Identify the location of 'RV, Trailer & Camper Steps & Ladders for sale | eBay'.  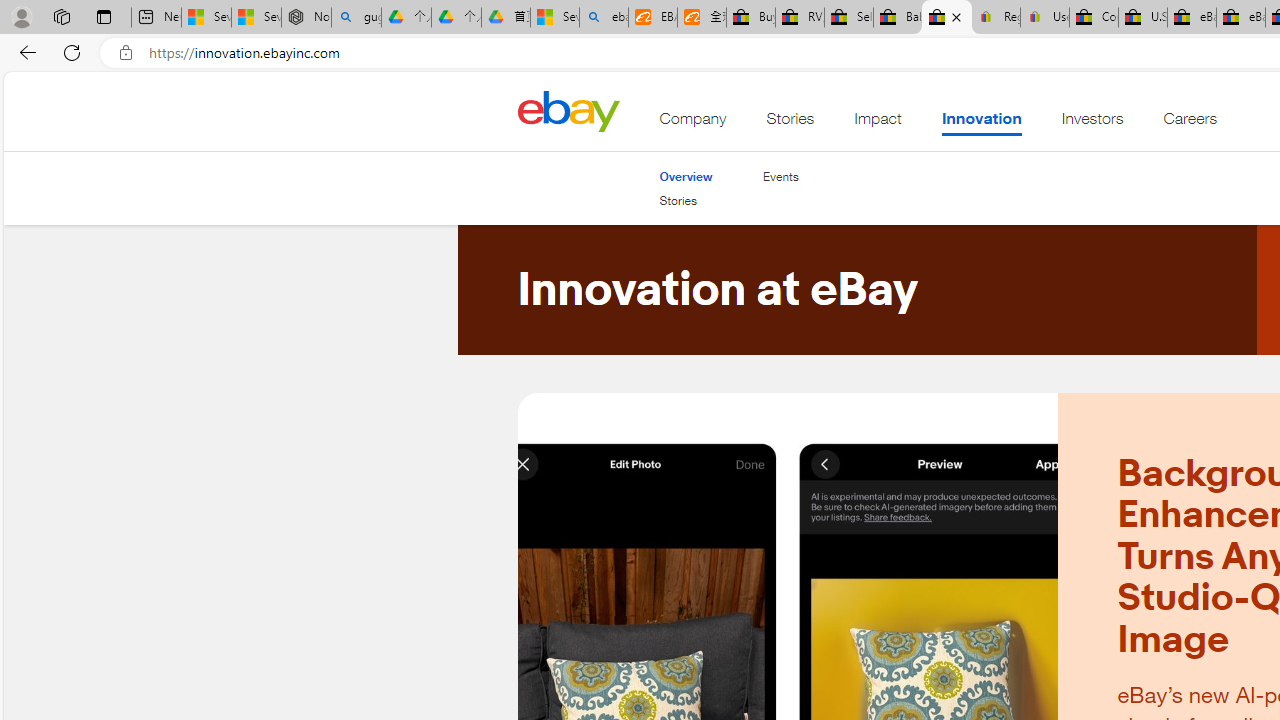
(800, 17).